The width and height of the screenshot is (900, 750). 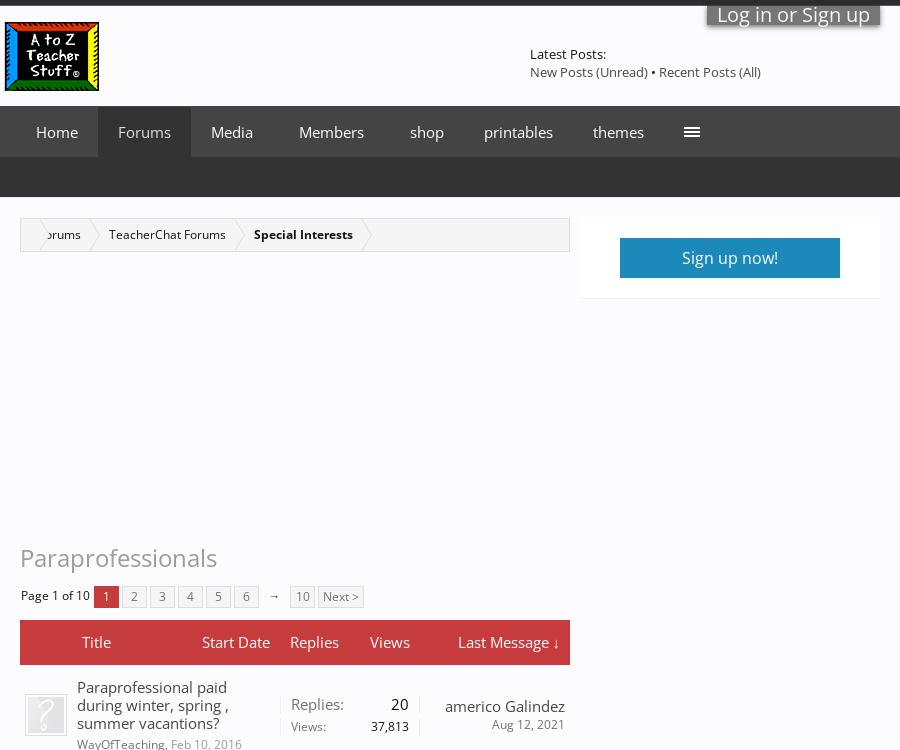 What do you see at coordinates (153, 703) in the screenshot?
I see `'Paraprofessional paid during winter, spring , summer vacantions?'` at bounding box center [153, 703].